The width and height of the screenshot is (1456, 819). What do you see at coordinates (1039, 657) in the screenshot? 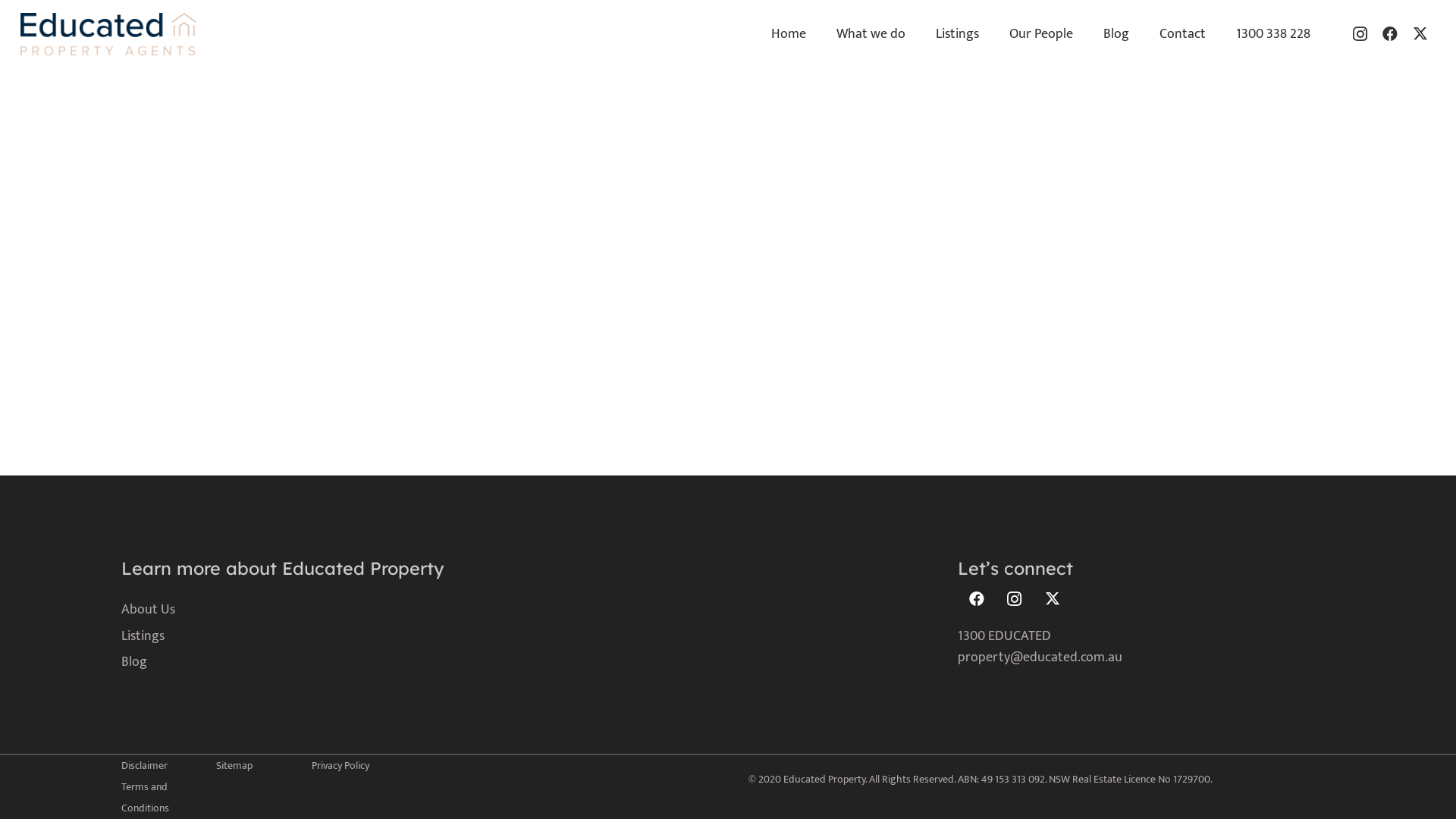
I see `'property@educated.com.au'` at bounding box center [1039, 657].